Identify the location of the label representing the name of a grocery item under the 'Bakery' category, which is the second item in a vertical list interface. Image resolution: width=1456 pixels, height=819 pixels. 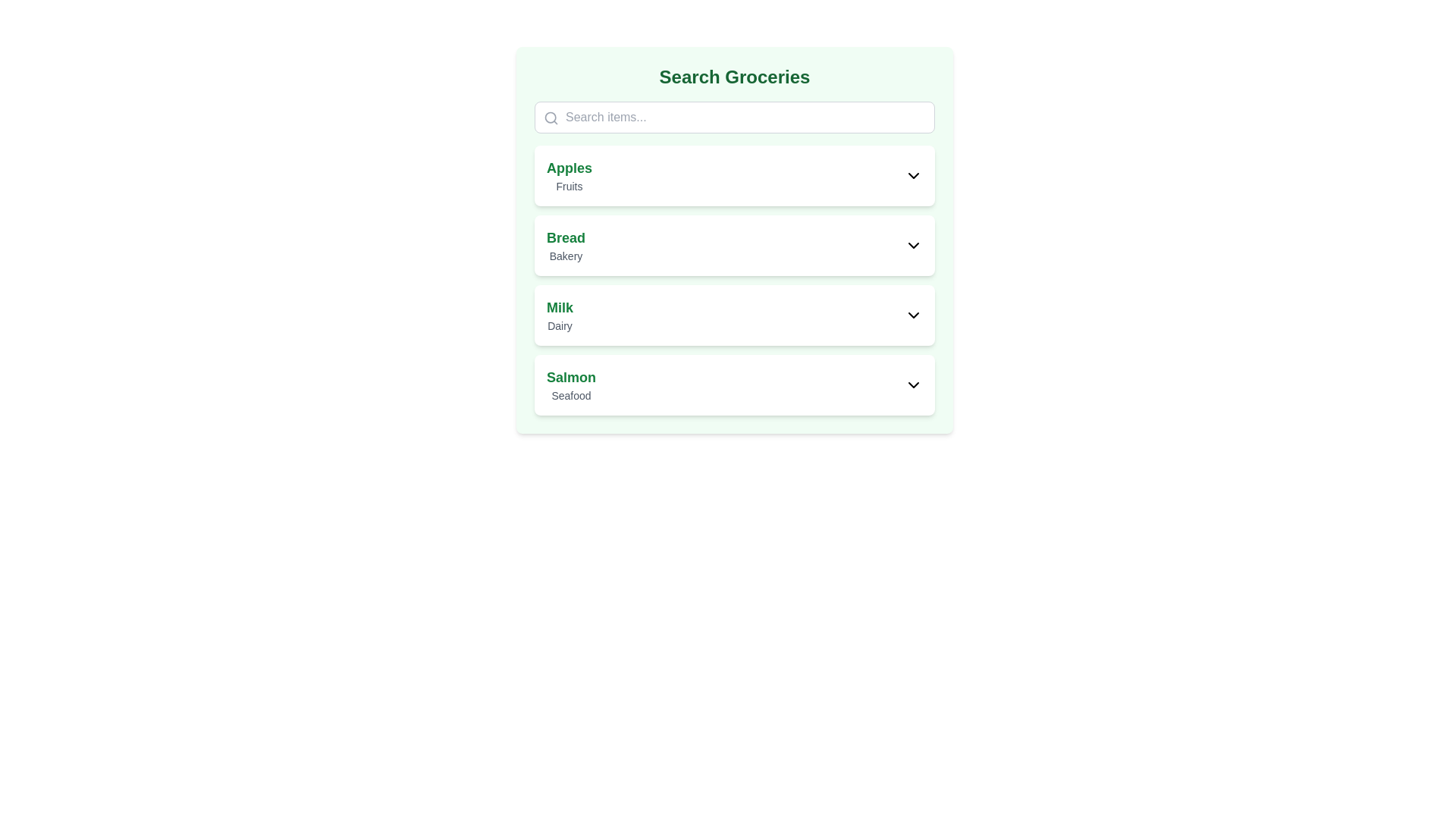
(565, 237).